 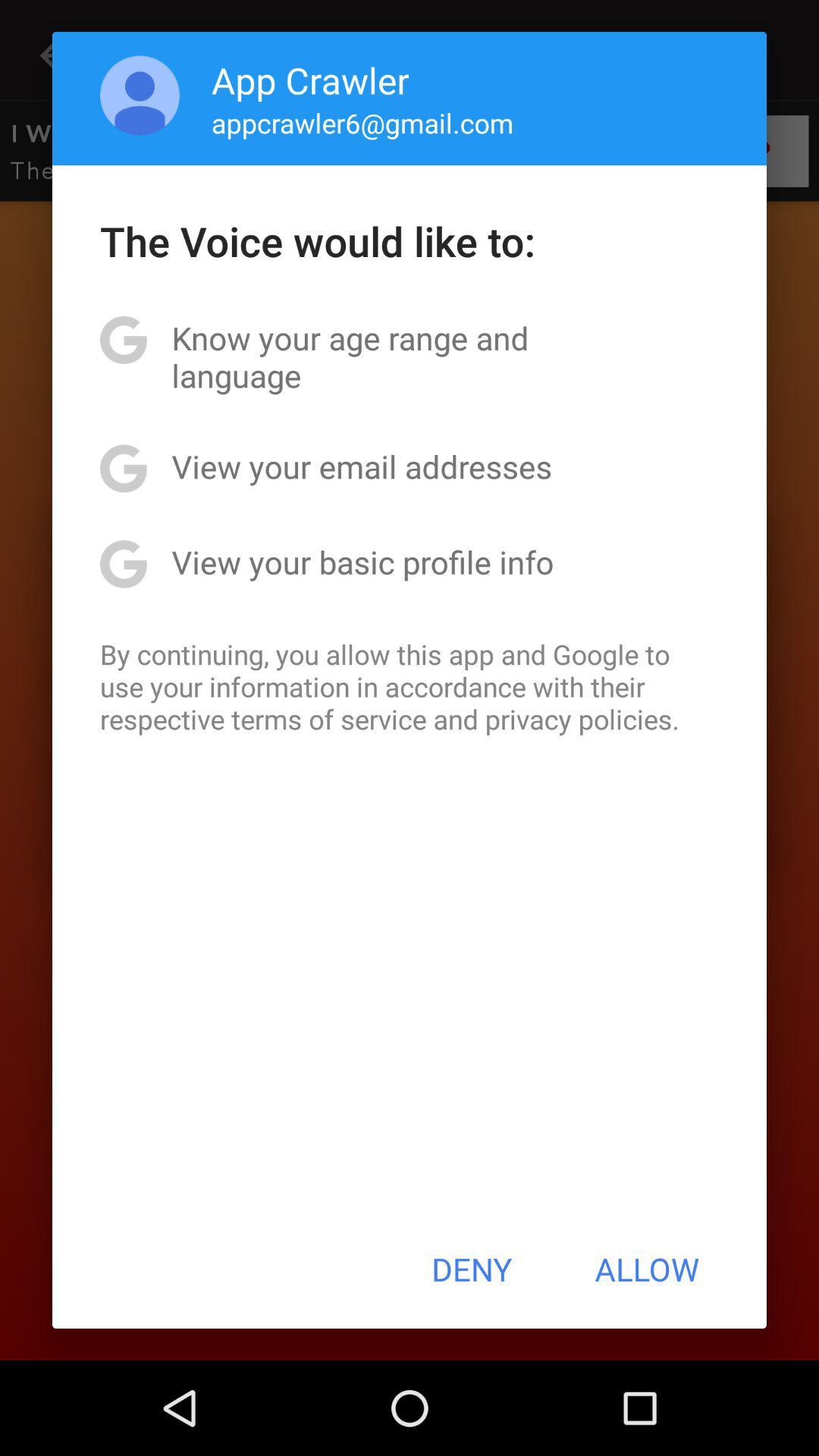 I want to click on the item next to app crawler app, so click(x=140, y=94).